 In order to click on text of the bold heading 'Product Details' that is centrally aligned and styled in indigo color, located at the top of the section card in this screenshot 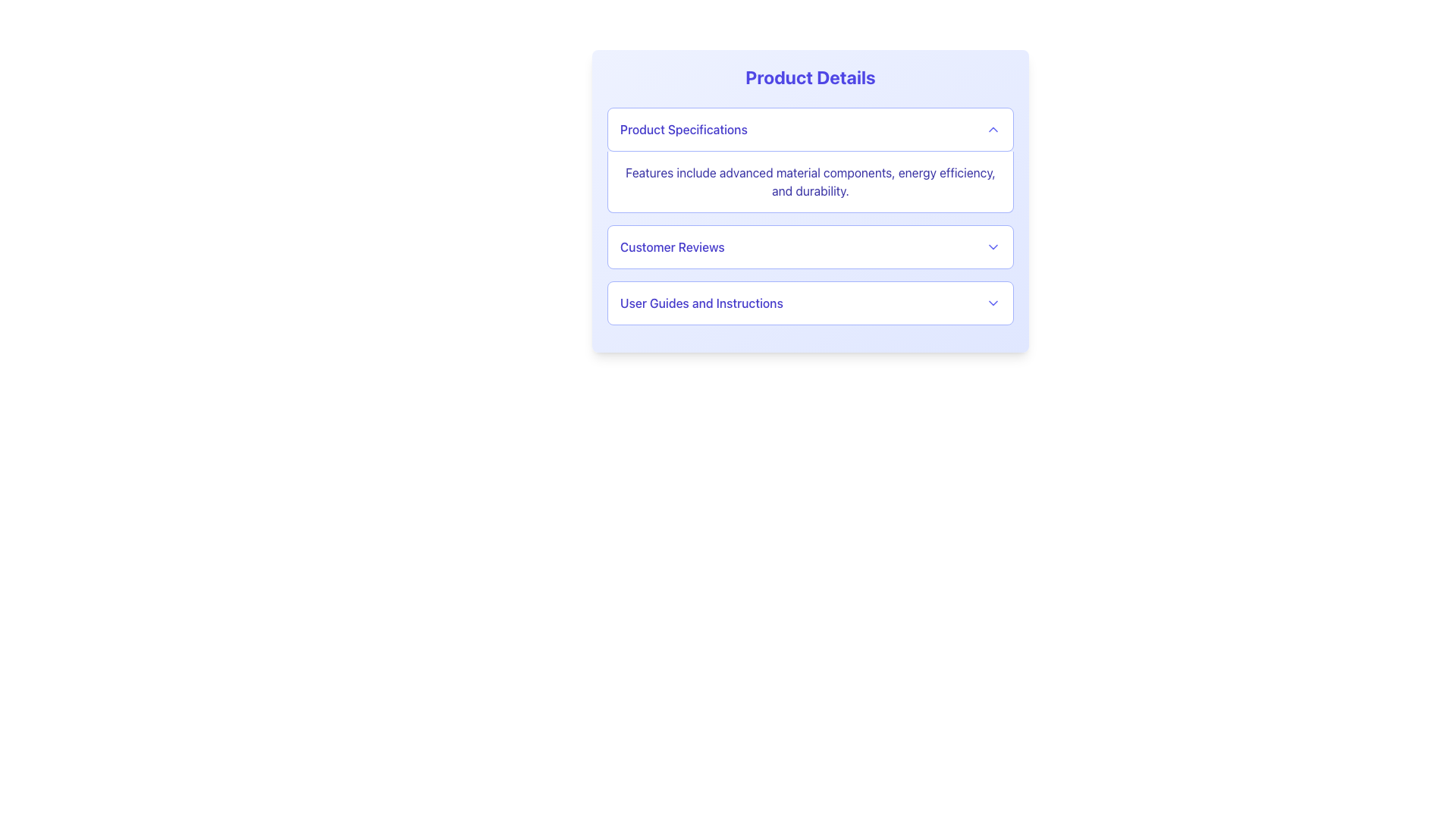, I will do `click(810, 77)`.